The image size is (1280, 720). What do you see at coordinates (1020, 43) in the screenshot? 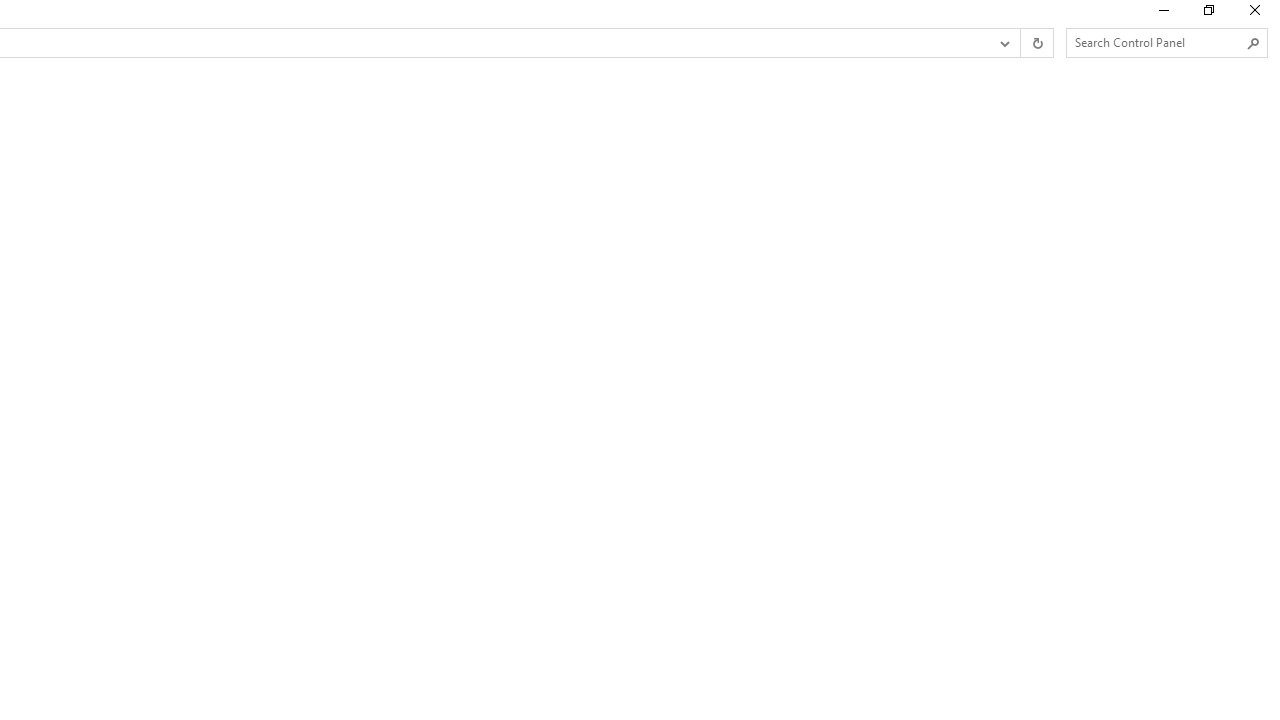
I see `'Address band toolbar'` at bounding box center [1020, 43].